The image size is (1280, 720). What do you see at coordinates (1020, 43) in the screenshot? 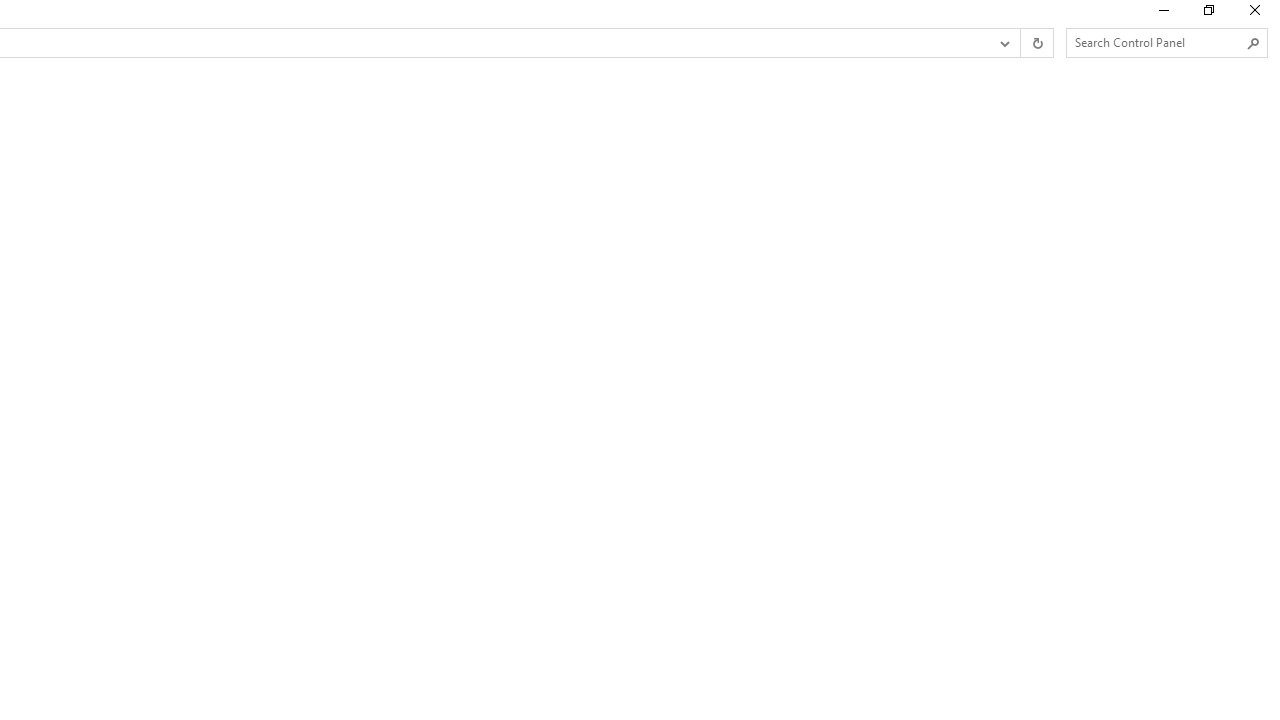
I see `'Address band toolbar'` at bounding box center [1020, 43].